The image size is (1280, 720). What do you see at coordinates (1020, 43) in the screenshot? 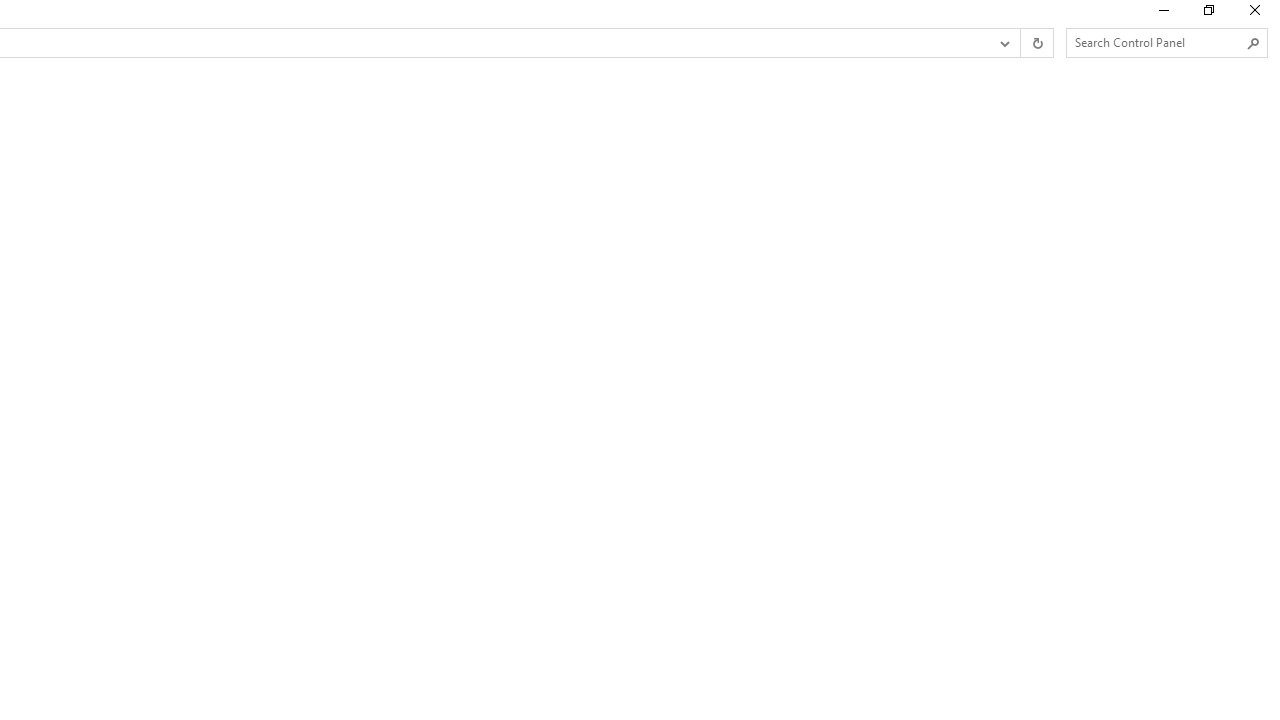
I see `'Address band toolbar'` at bounding box center [1020, 43].